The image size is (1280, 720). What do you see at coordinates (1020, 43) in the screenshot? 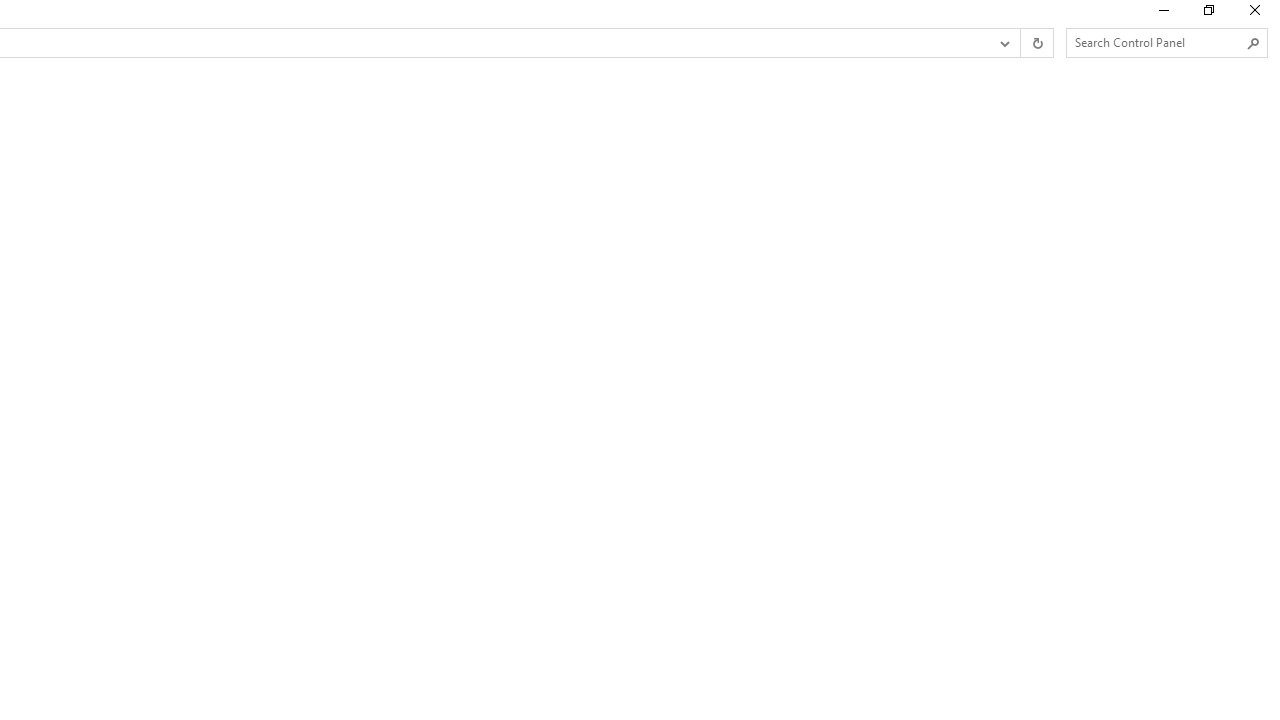
I see `'Address band toolbar'` at bounding box center [1020, 43].